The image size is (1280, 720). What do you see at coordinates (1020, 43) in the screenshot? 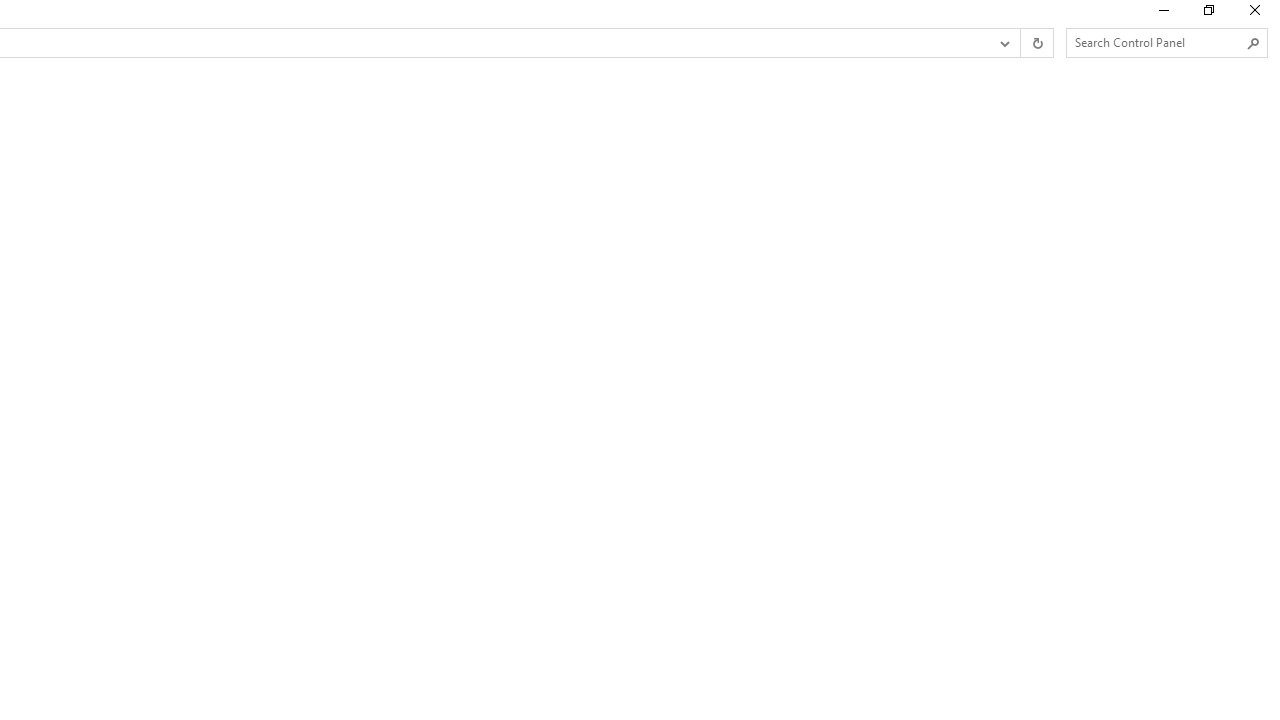
I see `'Address band toolbar'` at bounding box center [1020, 43].